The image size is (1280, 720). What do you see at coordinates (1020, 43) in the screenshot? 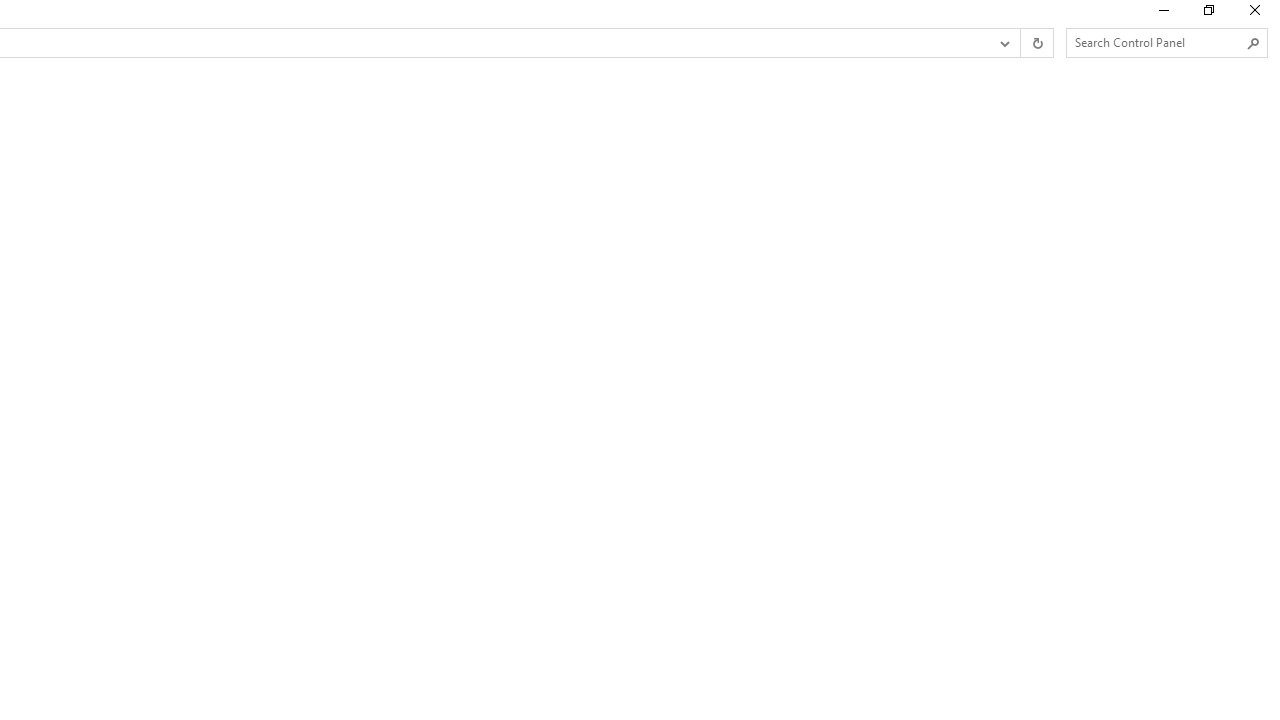
I see `'Address band toolbar'` at bounding box center [1020, 43].